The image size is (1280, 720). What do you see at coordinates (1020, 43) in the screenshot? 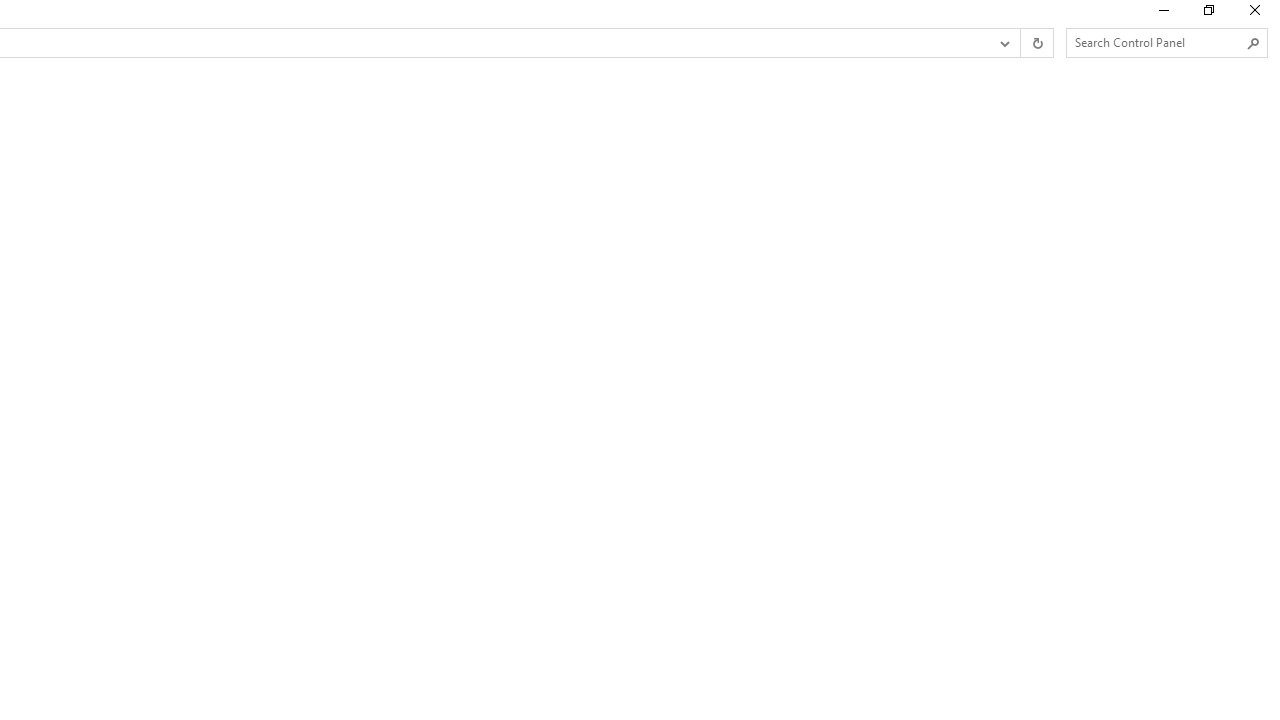
I see `'Address band toolbar'` at bounding box center [1020, 43].